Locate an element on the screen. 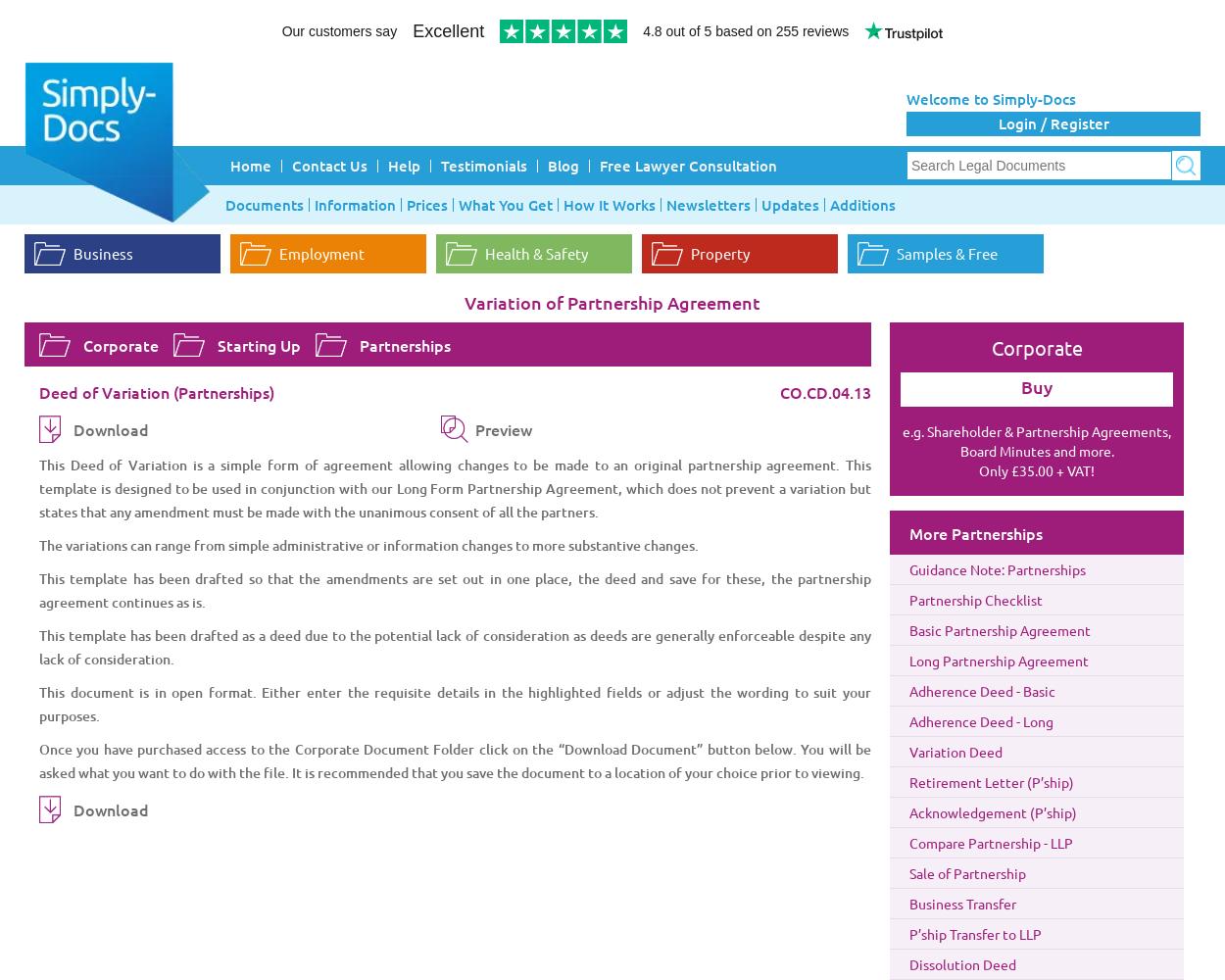  'P’ship Transfer to LLP' is located at coordinates (974, 933).